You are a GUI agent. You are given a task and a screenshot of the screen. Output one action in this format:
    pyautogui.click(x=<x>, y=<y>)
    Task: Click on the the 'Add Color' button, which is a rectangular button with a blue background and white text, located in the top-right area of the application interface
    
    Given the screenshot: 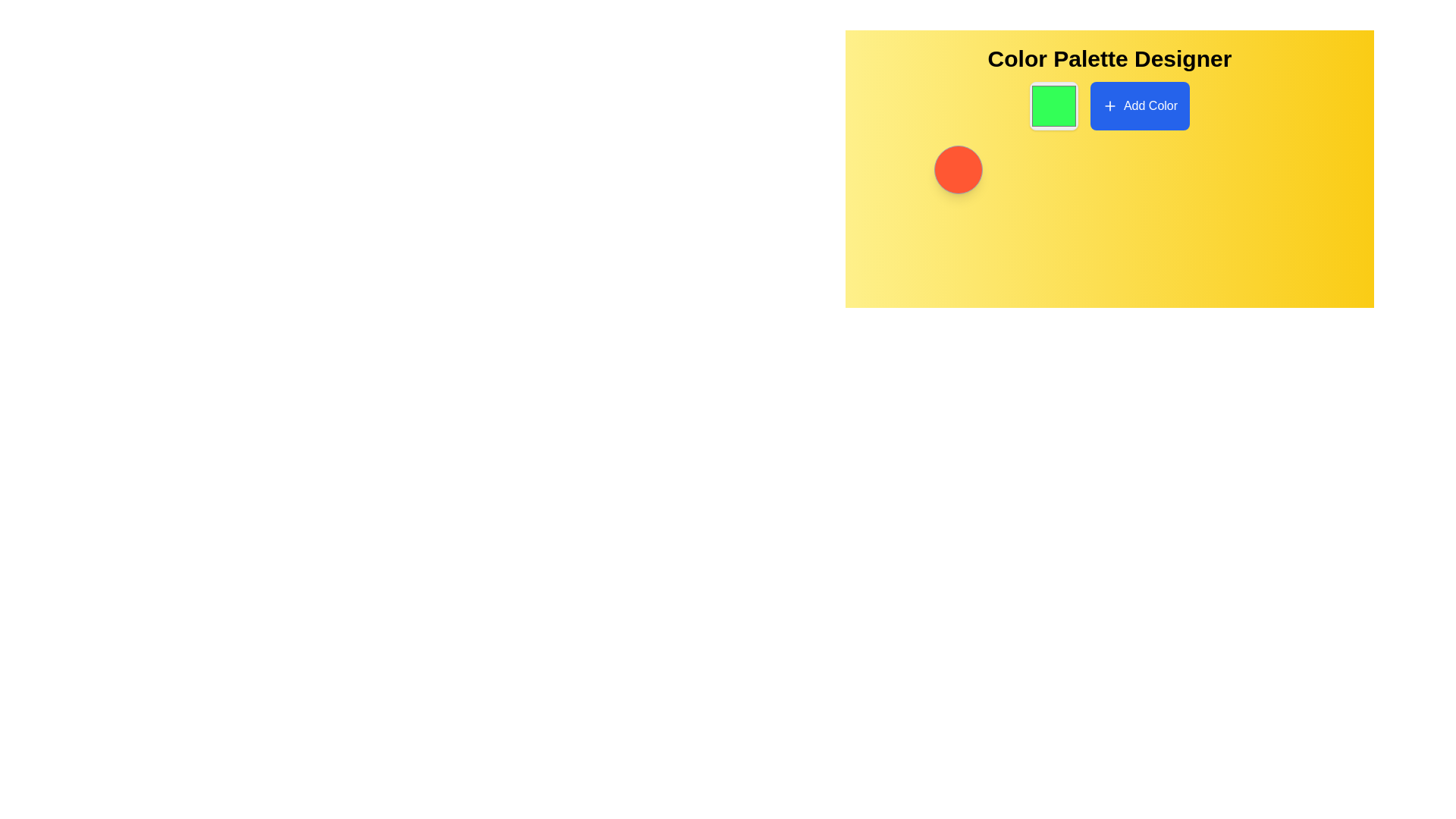 What is the action you would take?
    pyautogui.click(x=1140, y=105)
    